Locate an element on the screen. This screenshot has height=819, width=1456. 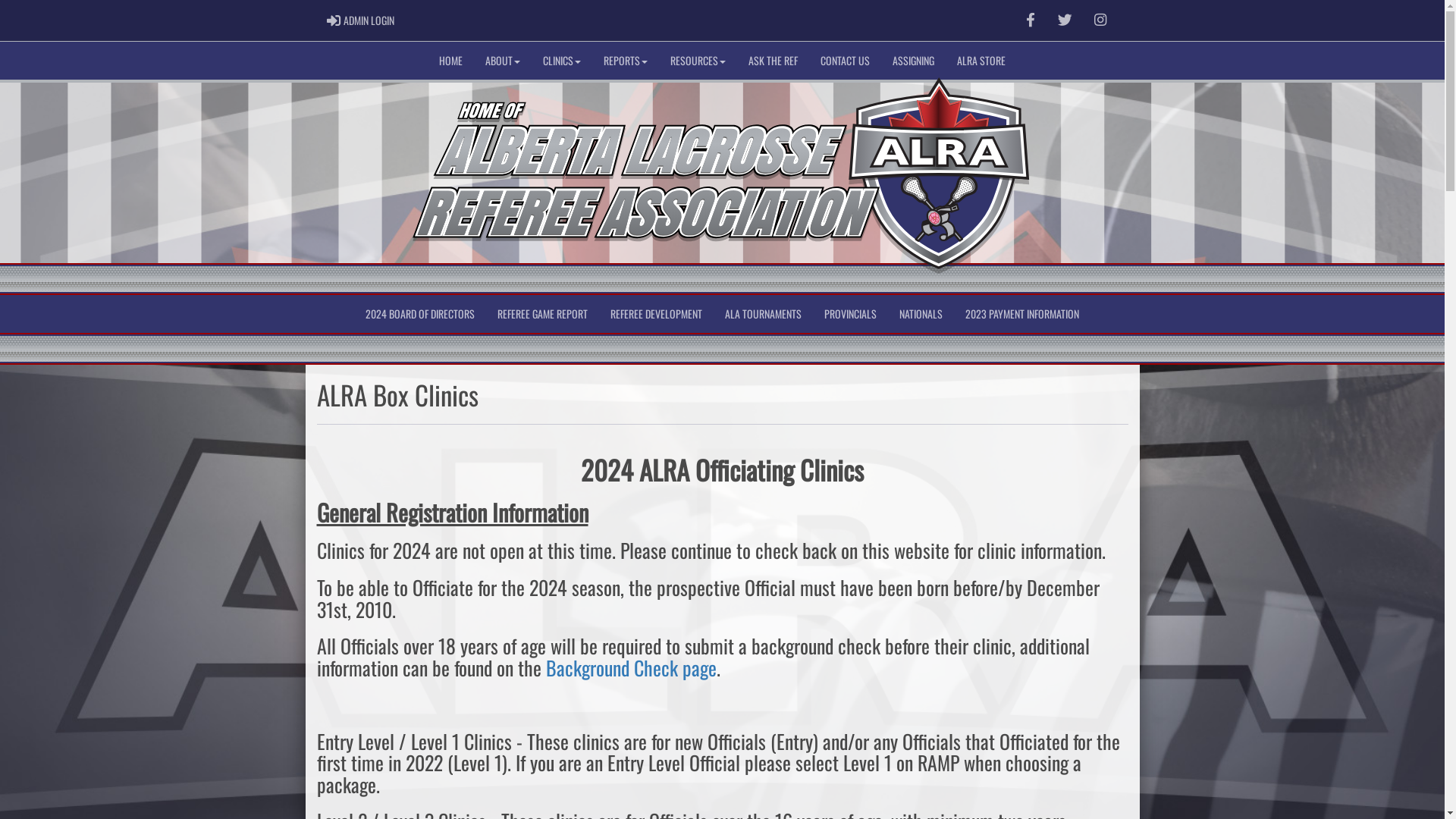
'REPORTS' is located at coordinates (591, 60).